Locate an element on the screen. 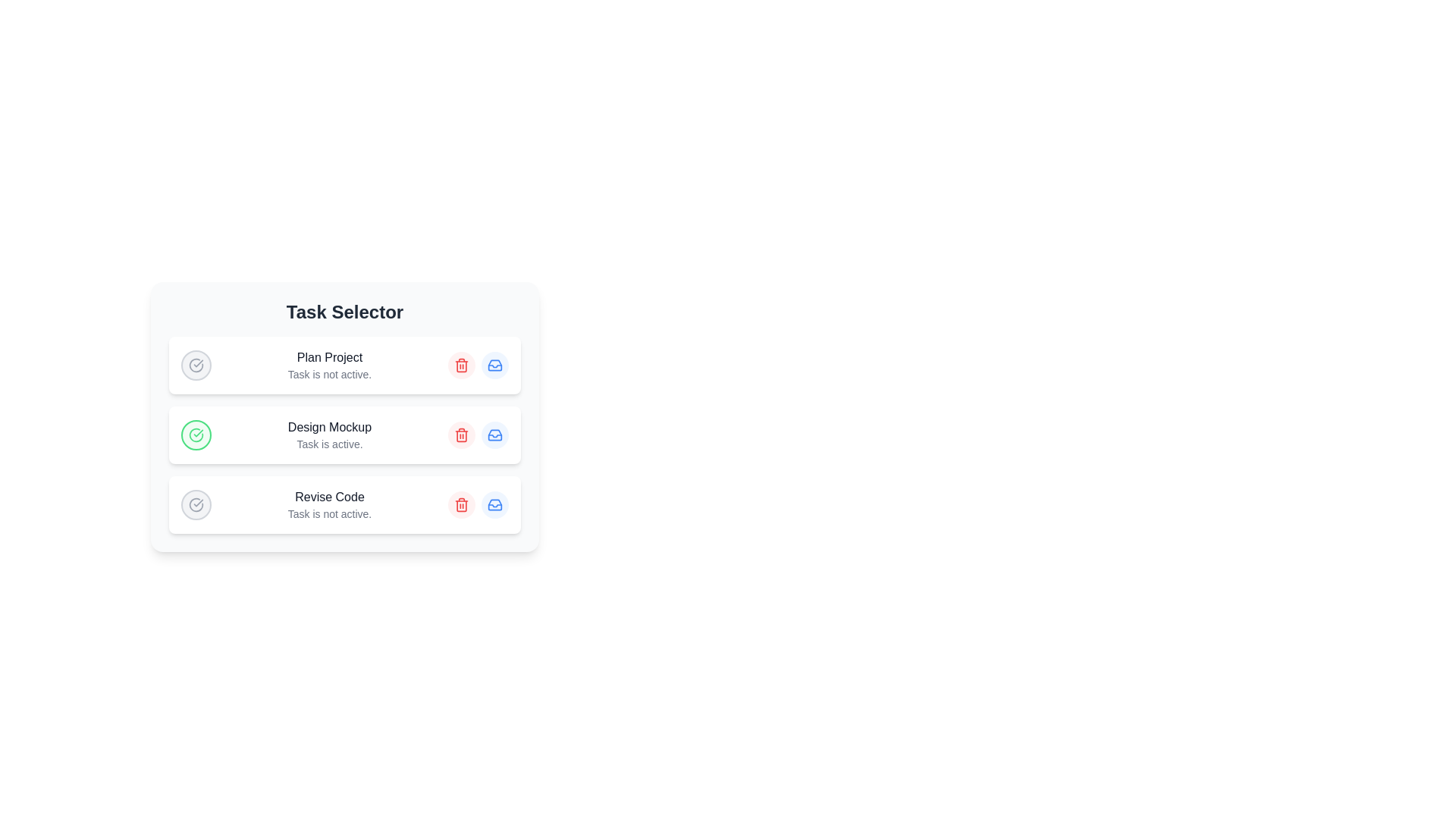 This screenshot has width=1456, height=819. the second task item in the Task Selector list is located at coordinates (344, 435).